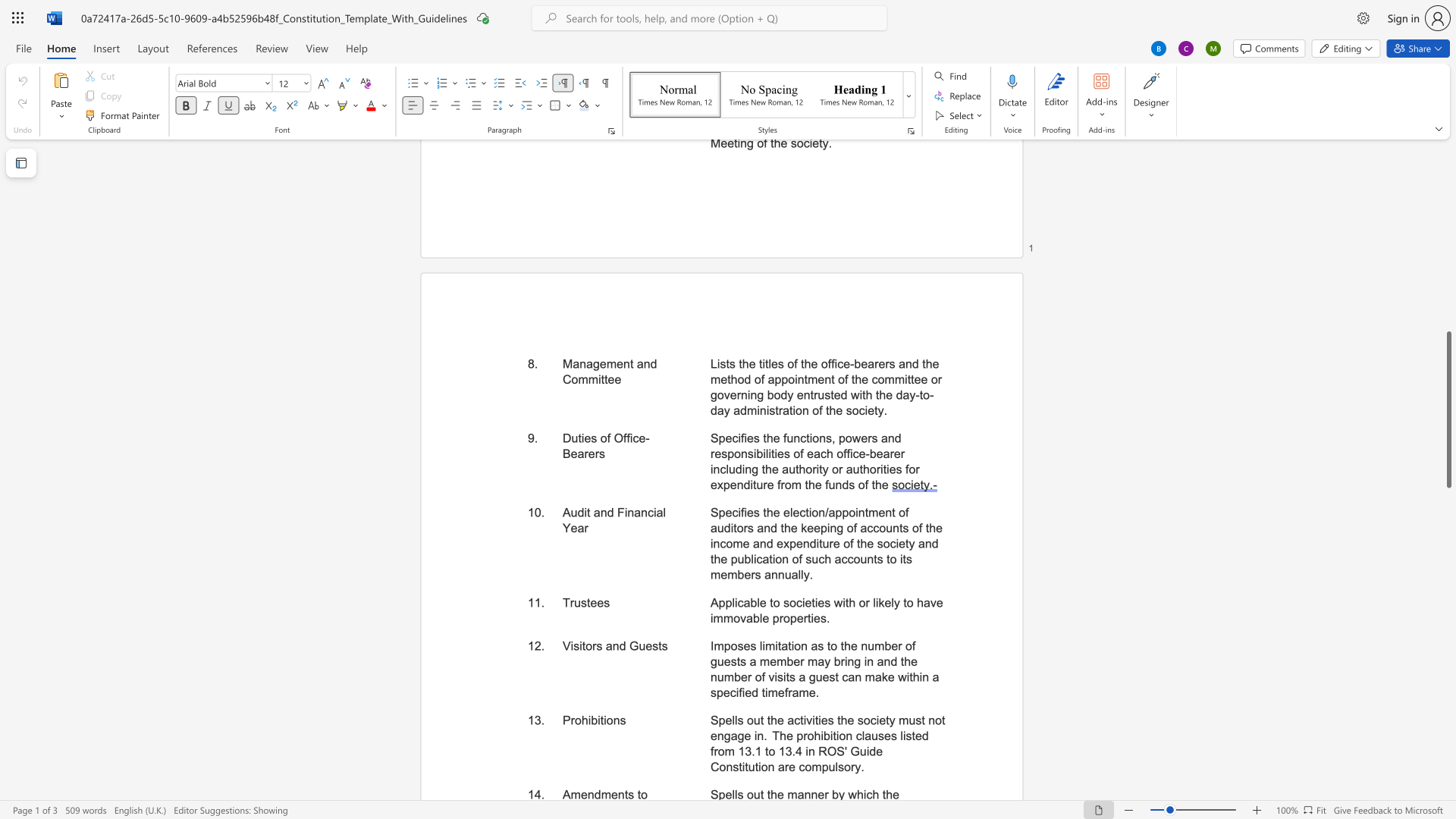 The image size is (1456, 819). I want to click on the scrollbar to scroll upward, so click(1448, 341).